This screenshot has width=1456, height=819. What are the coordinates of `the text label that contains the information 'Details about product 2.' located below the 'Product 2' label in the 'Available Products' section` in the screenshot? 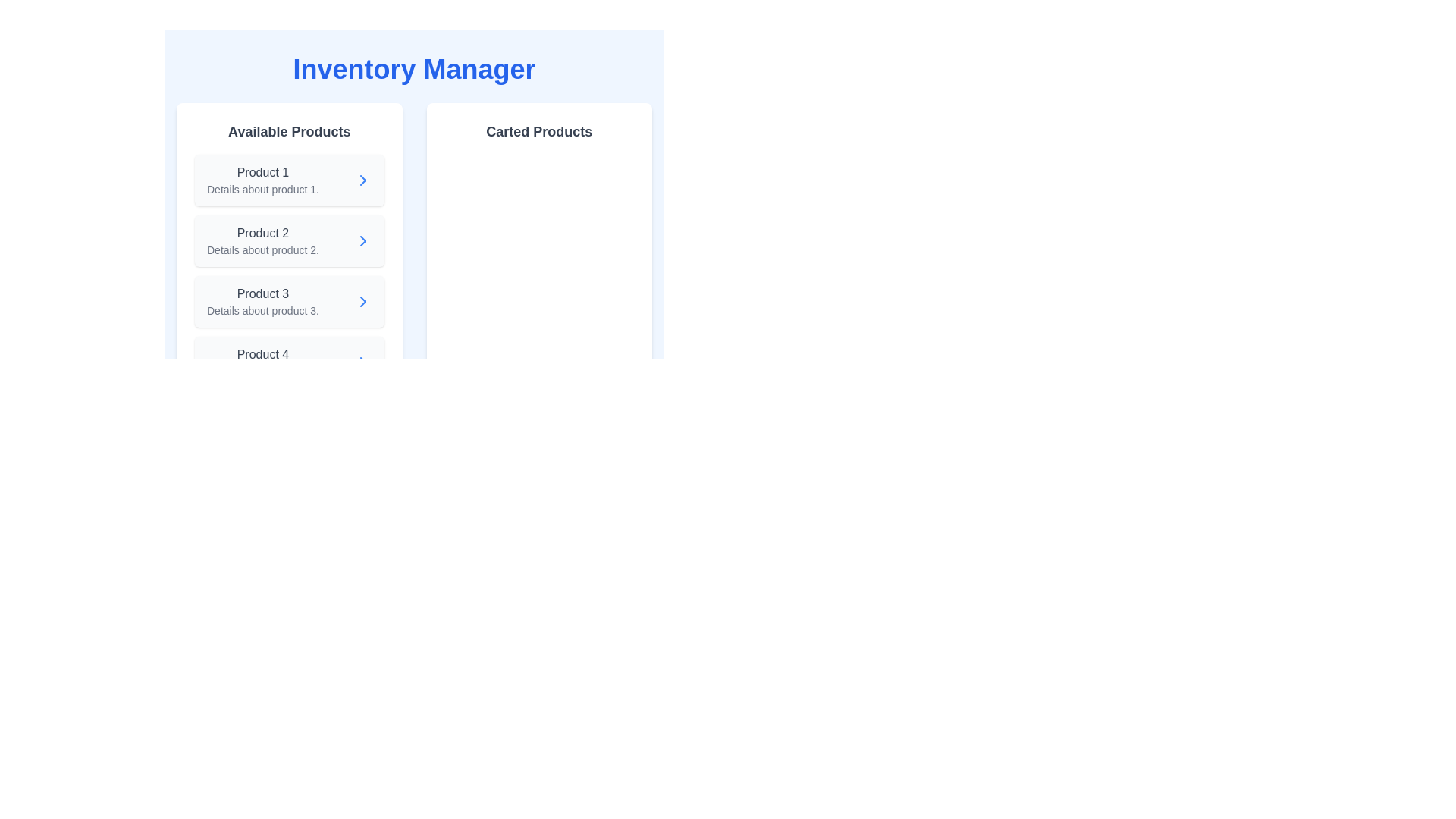 It's located at (262, 249).